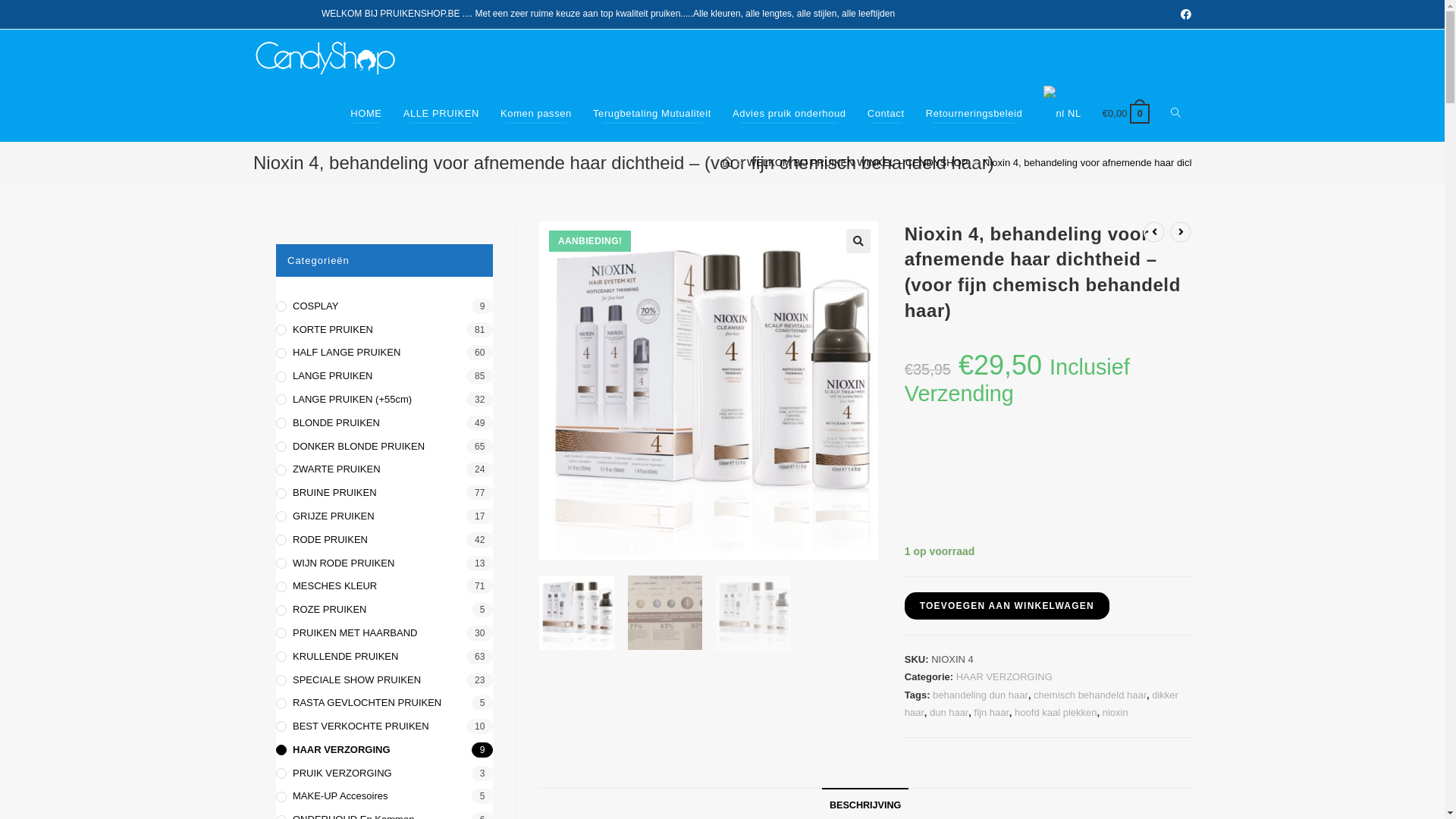 This screenshot has width=1456, height=819. I want to click on 'Terugbetaling Mutualiteit', so click(582, 113).